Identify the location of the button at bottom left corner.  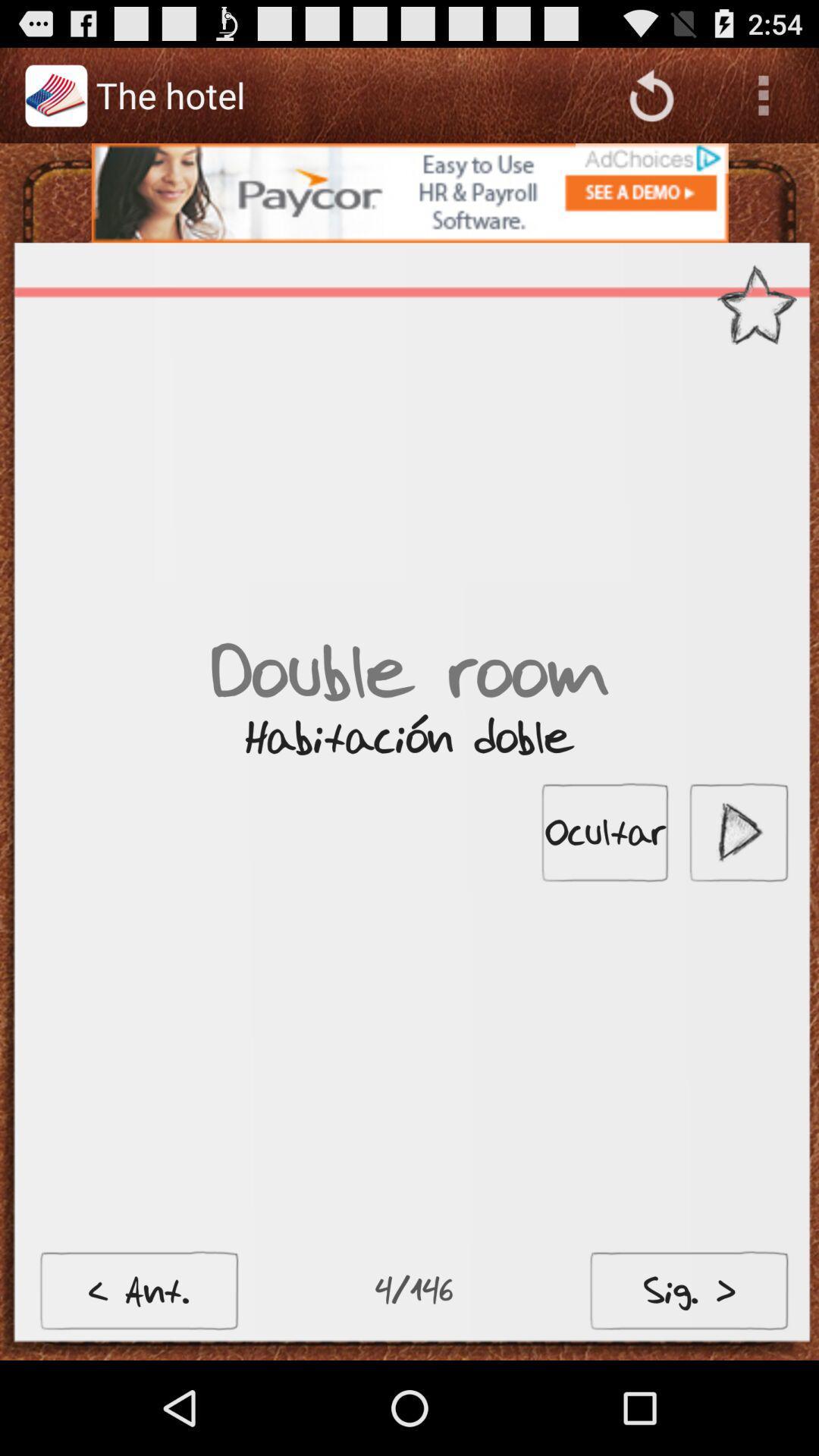
(140, 1289).